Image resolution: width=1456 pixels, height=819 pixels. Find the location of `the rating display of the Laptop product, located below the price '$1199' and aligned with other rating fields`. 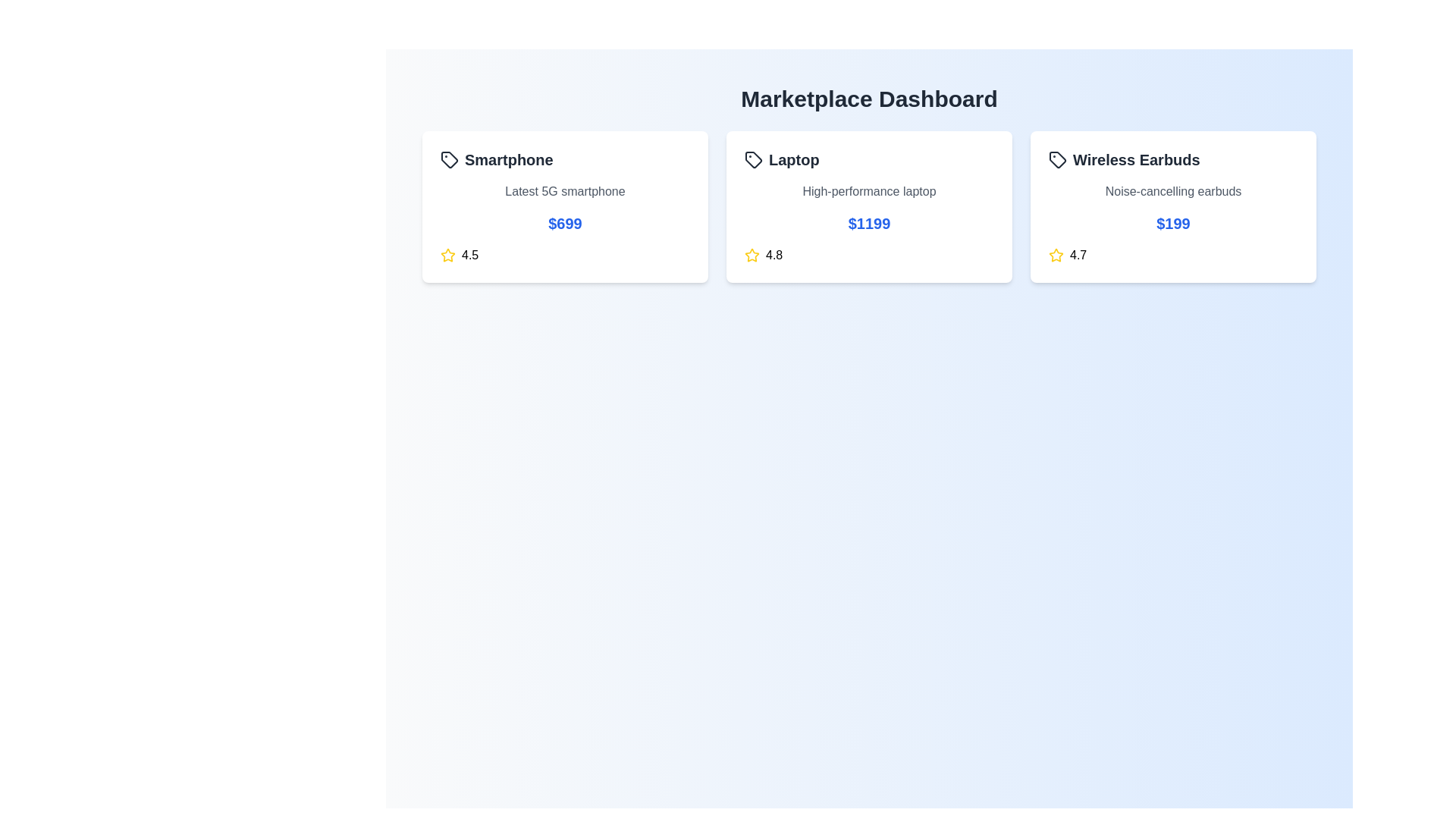

the rating display of the Laptop product, located below the price '$1199' and aligned with other rating fields is located at coordinates (869, 254).